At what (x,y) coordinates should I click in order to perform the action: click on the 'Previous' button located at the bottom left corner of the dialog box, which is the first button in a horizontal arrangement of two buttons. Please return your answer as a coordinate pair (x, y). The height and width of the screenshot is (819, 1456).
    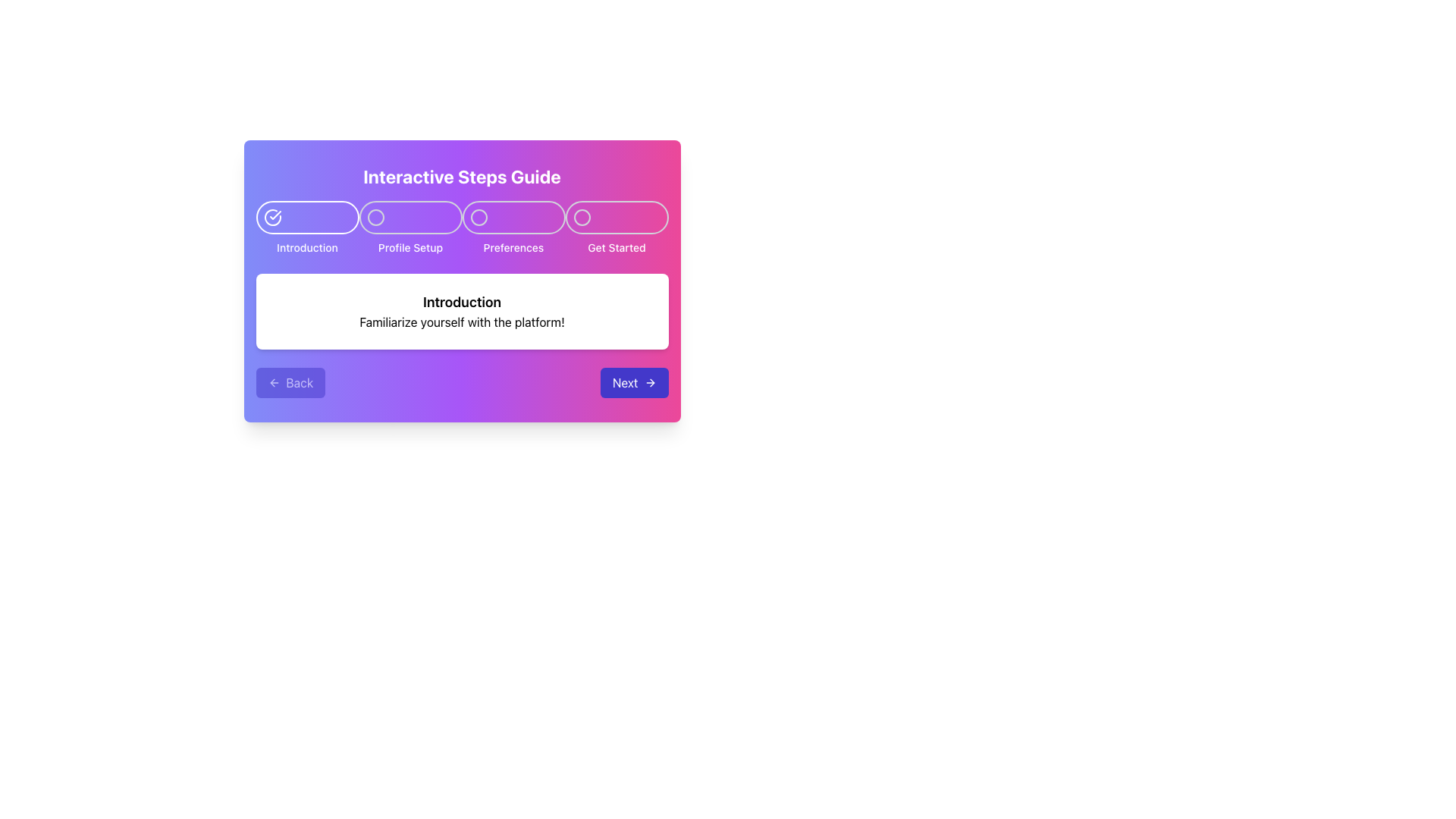
    Looking at the image, I should click on (290, 382).